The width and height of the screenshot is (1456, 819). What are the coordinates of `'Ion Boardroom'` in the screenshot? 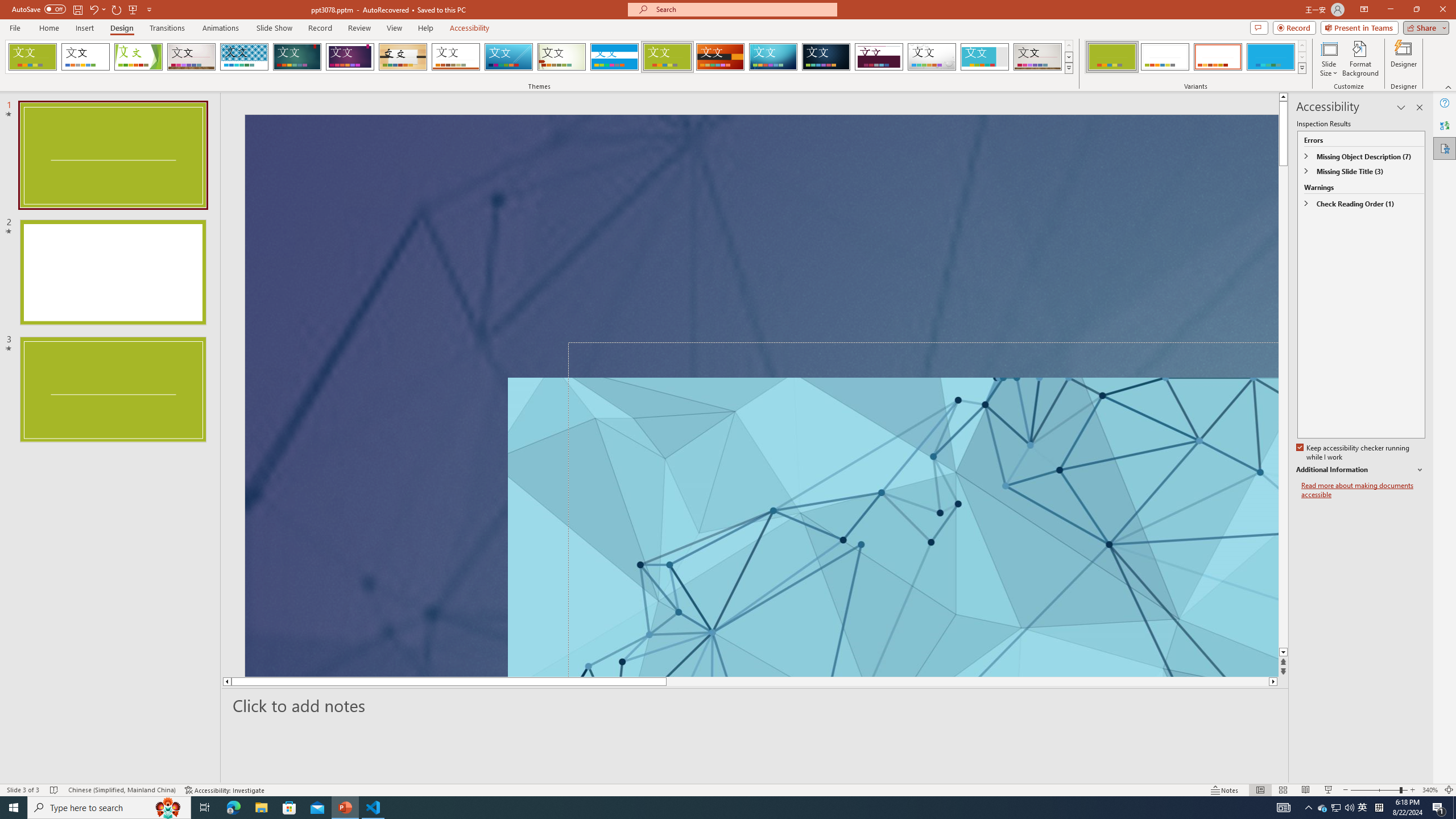 It's located at (350, 56).